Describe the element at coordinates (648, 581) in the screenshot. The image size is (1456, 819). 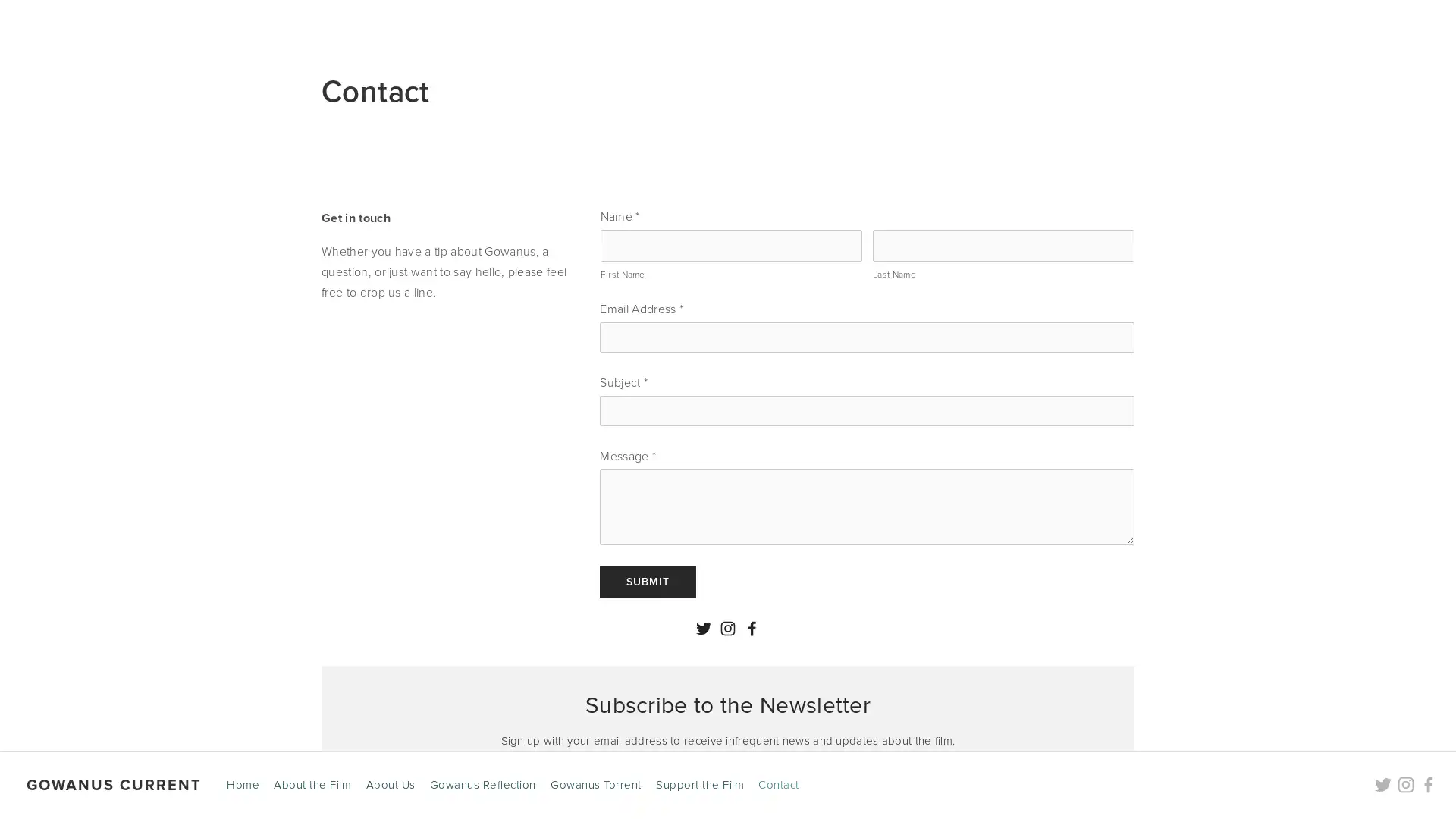
I see `Submit` at that location.